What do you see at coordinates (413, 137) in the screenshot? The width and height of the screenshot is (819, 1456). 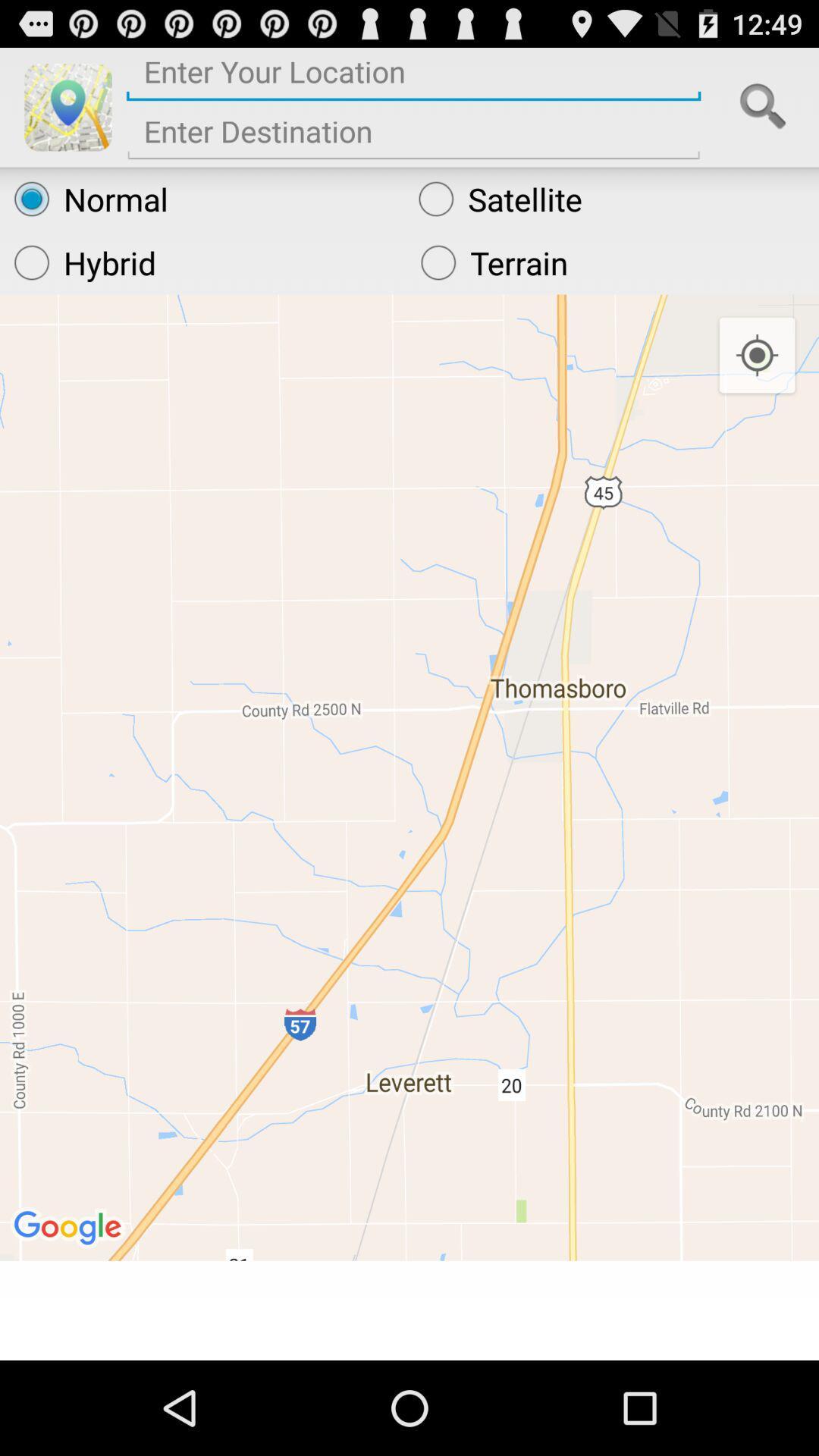 I see `input box` at bounding box center [413, 137].